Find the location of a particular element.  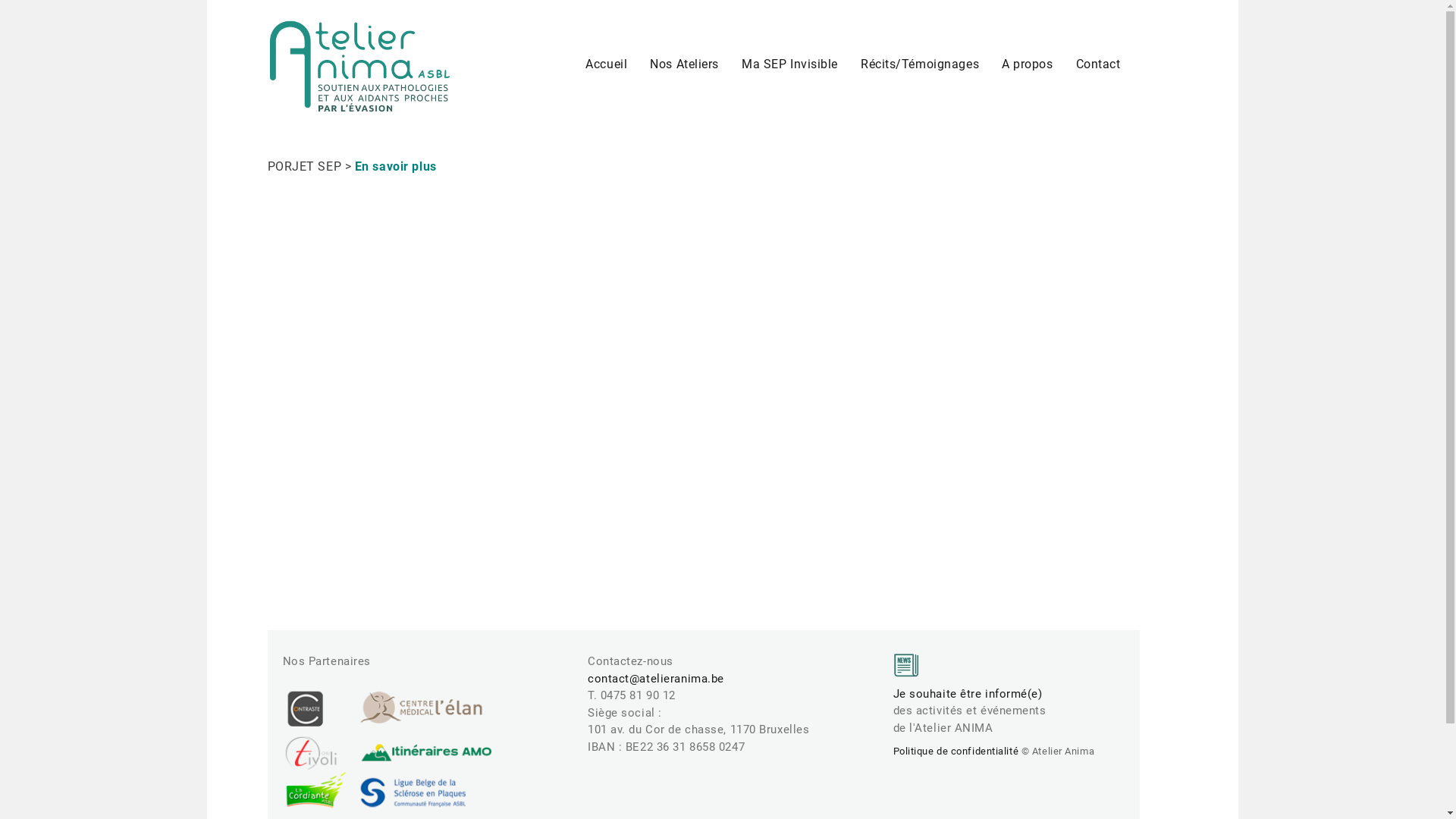

'A propos' is located at coordinates (990, 63).